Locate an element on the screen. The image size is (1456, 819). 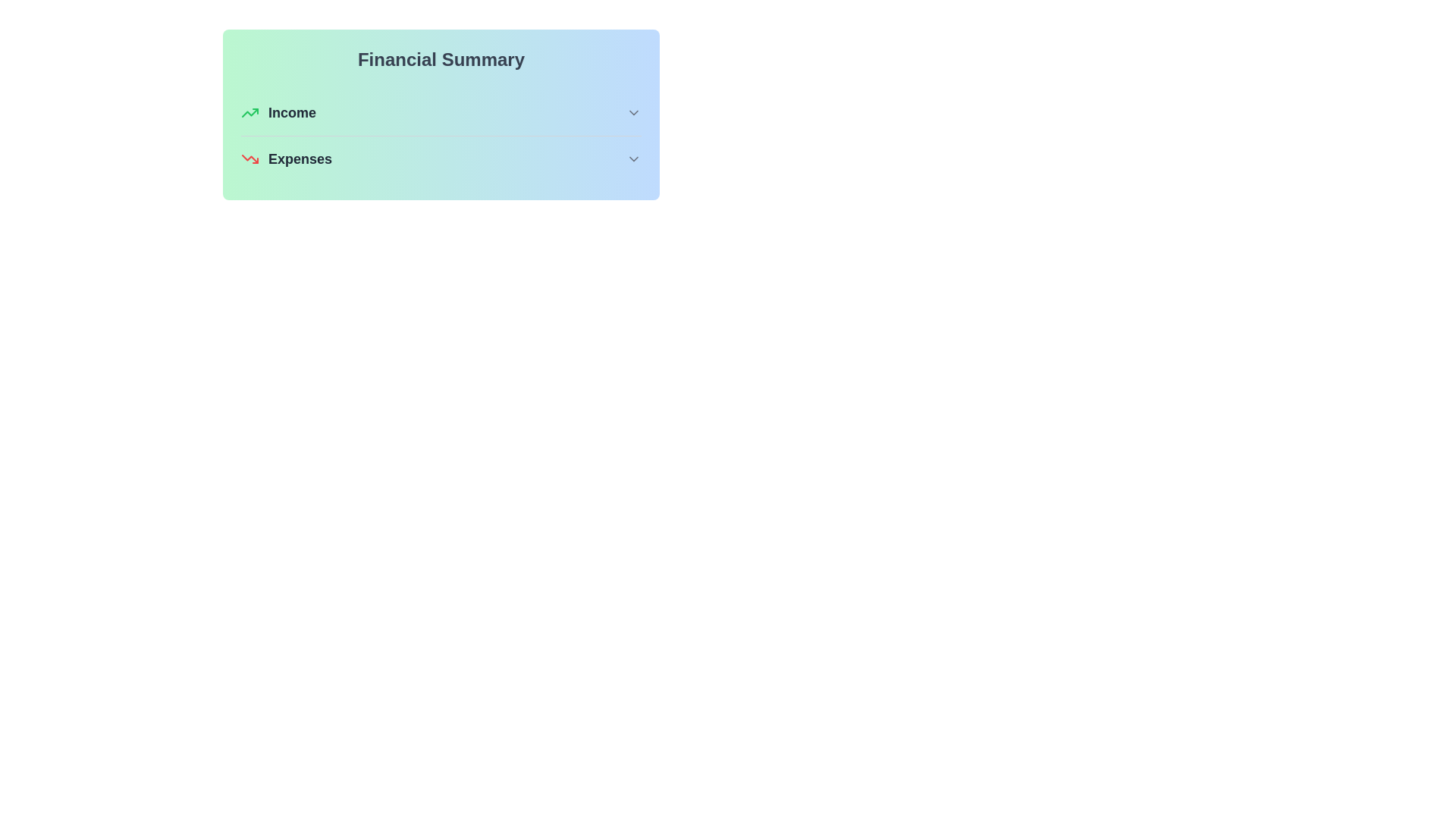
the downward trending red arrow icon located to the left of the 'Expenses' text in the Financial Summary section, which indicates a decrease or downward trend is located at coordinates (250, 158).